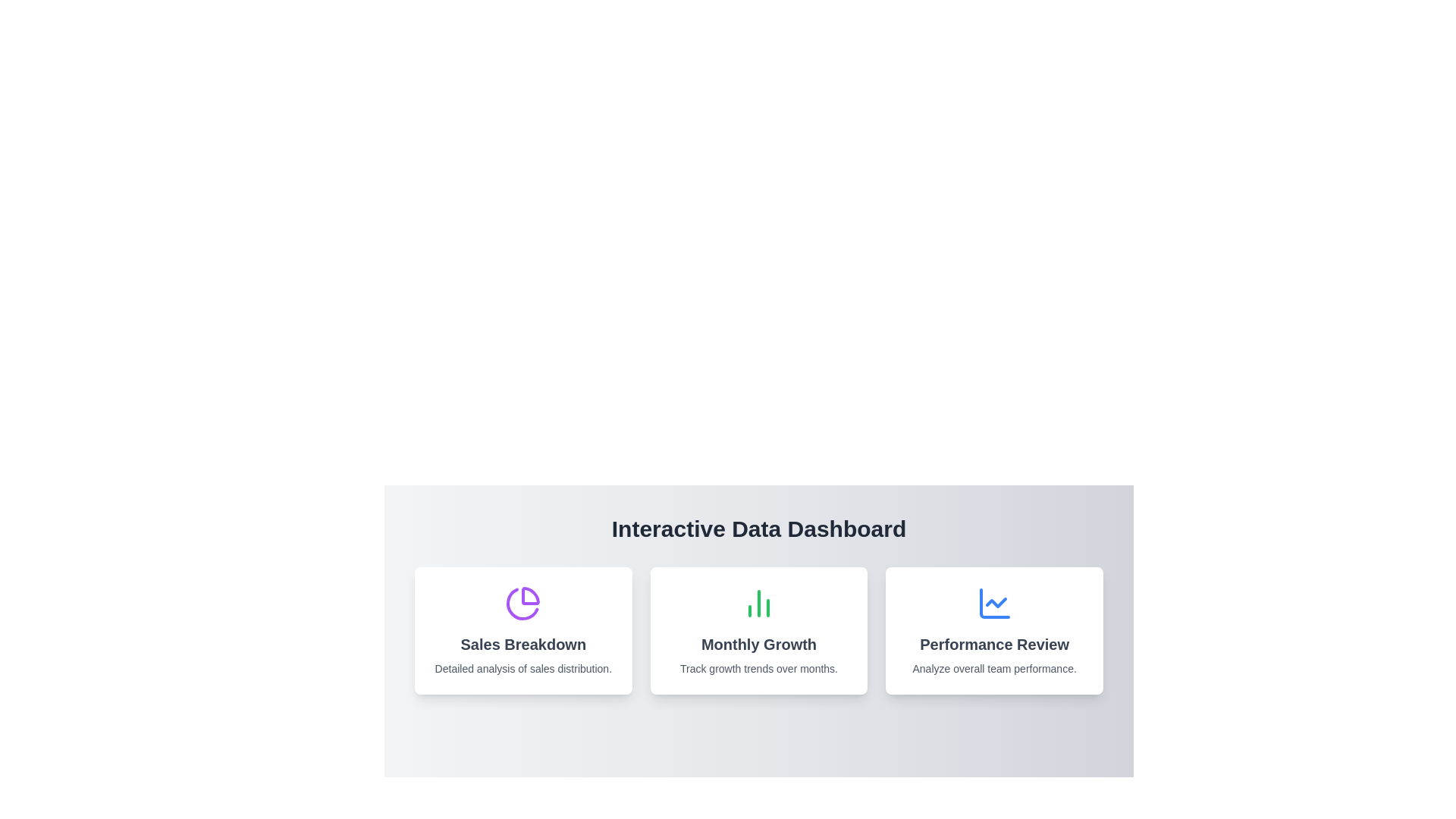 This screenshot has height=819, width=1456. What do you see at coordinates (994, 644) in the screenshot?
I see `the 'Performance Review' label element which is styled in large, bold gray text and is part of a card layout, located beneath a blue line chart icon and above the text 'Analyze overall team performance'` at bounding box center [994, 644].